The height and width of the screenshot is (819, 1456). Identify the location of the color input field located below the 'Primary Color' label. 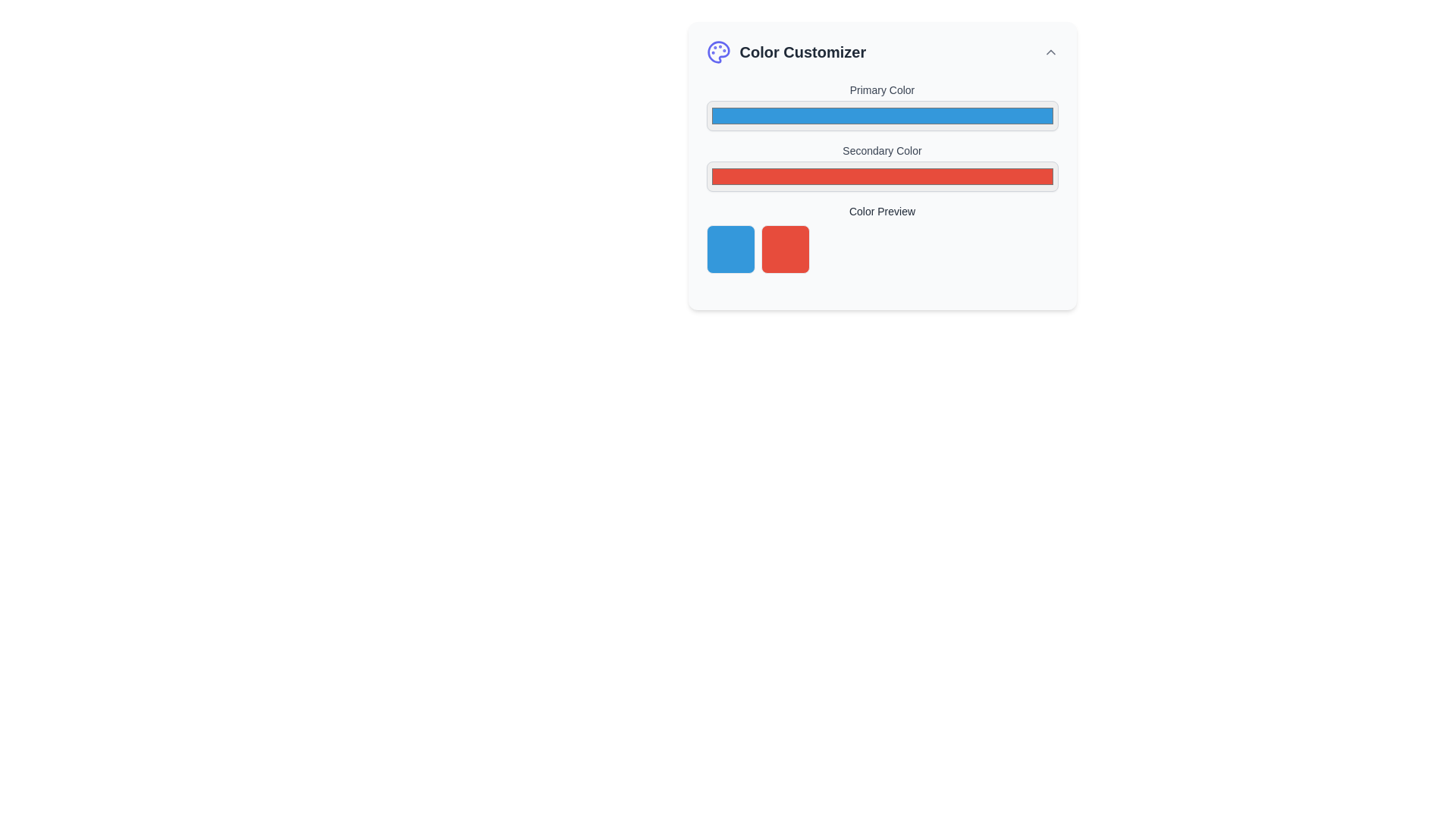
(882, 115).